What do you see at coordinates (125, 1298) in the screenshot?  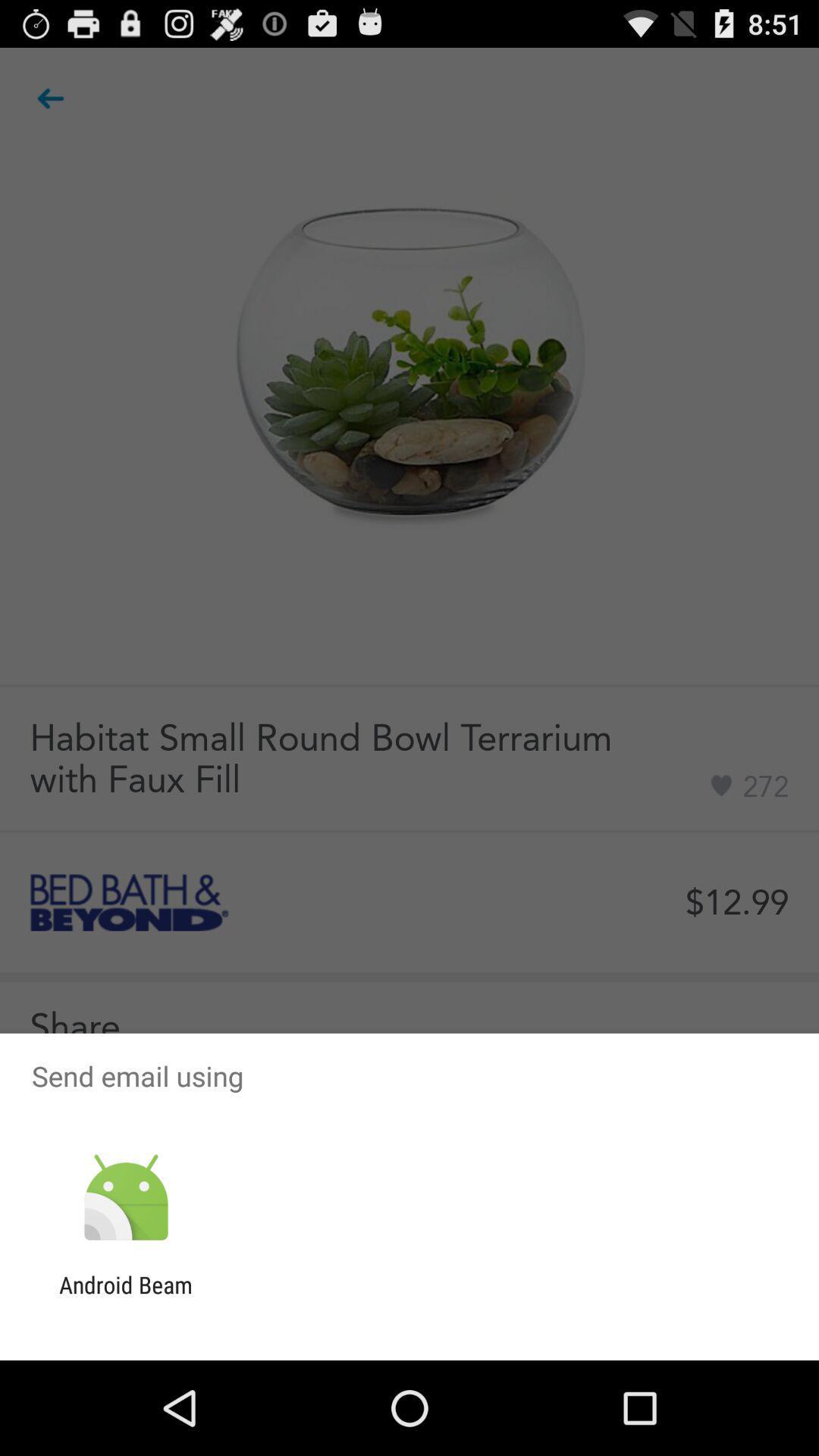 I see `android beam` at bounding box center [125, 1298].